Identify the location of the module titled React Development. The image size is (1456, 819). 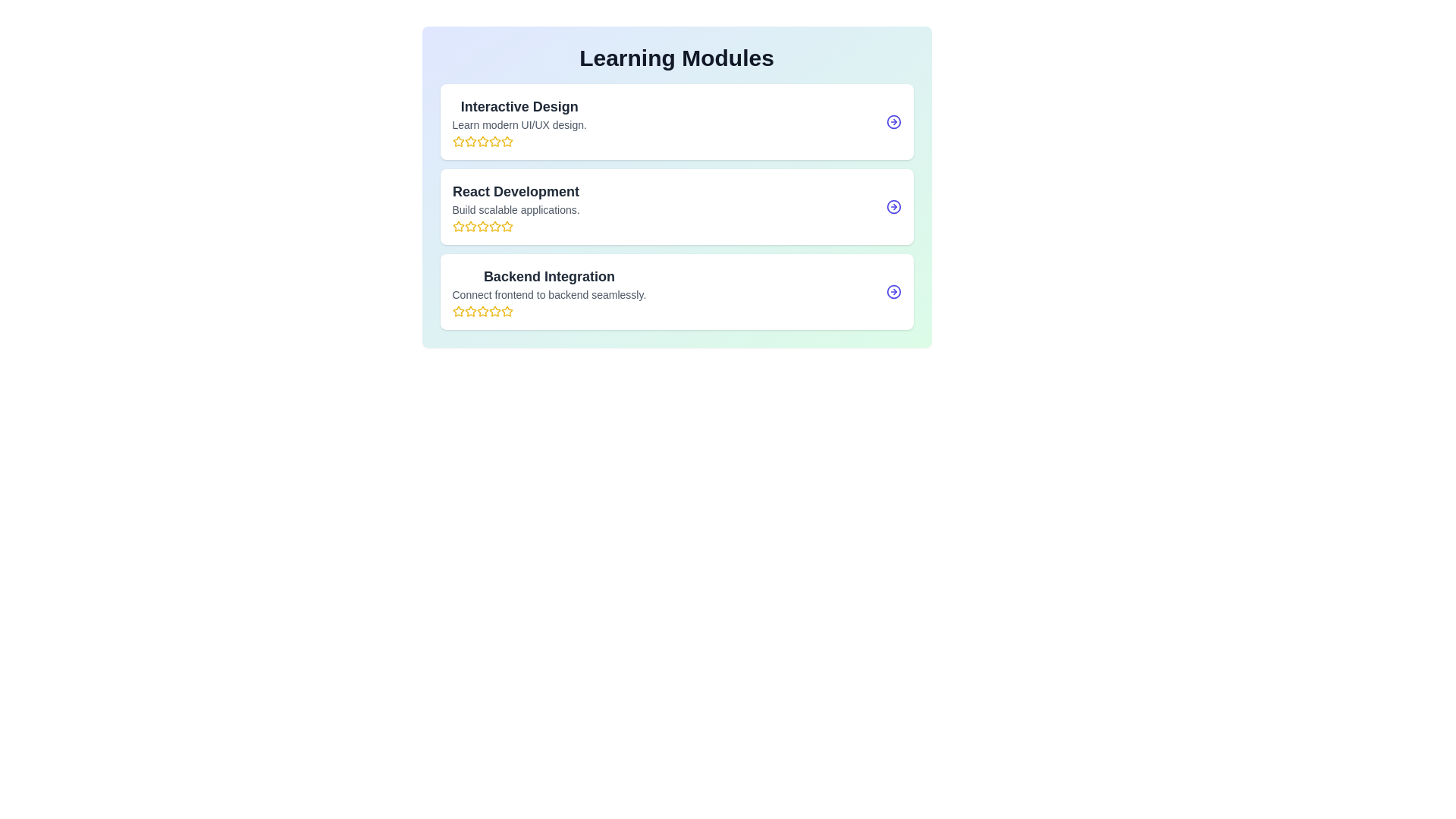
(676, 207).